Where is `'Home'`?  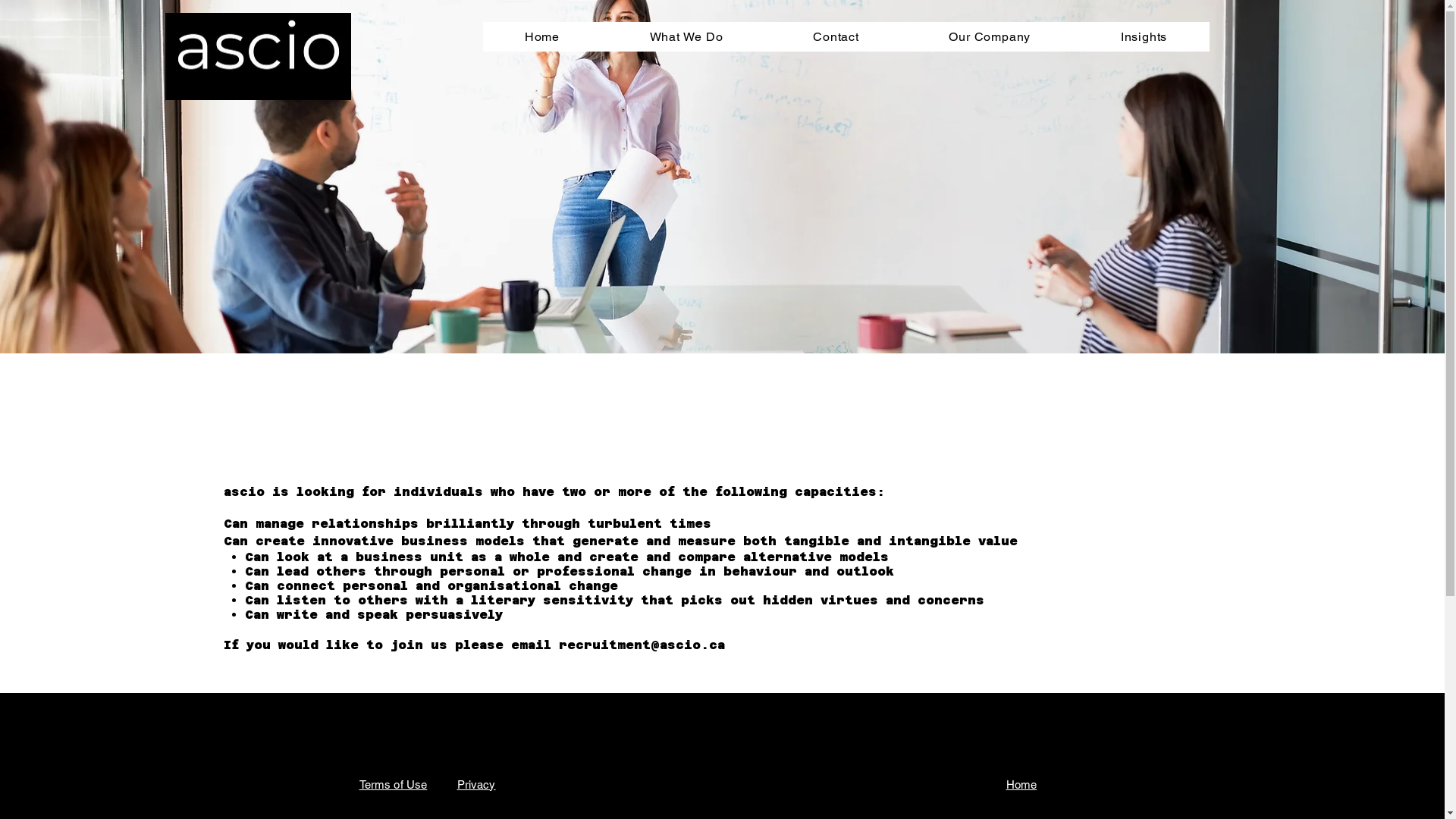
'Home' is located at coordinates (1021, 784).